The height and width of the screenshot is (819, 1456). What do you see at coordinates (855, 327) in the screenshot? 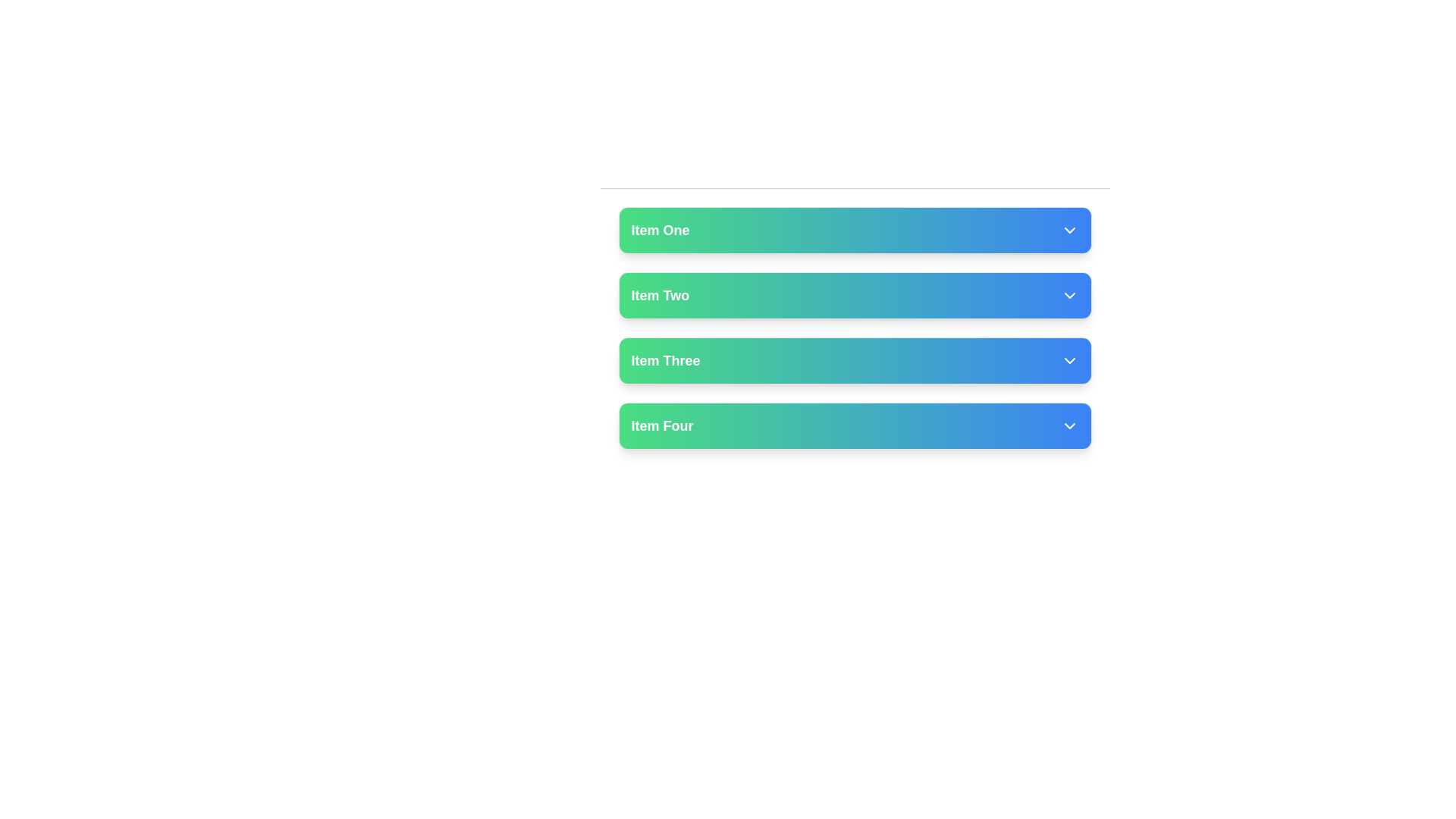
I see `the second item in the dropdown menu` at bounding box center [855, 327].